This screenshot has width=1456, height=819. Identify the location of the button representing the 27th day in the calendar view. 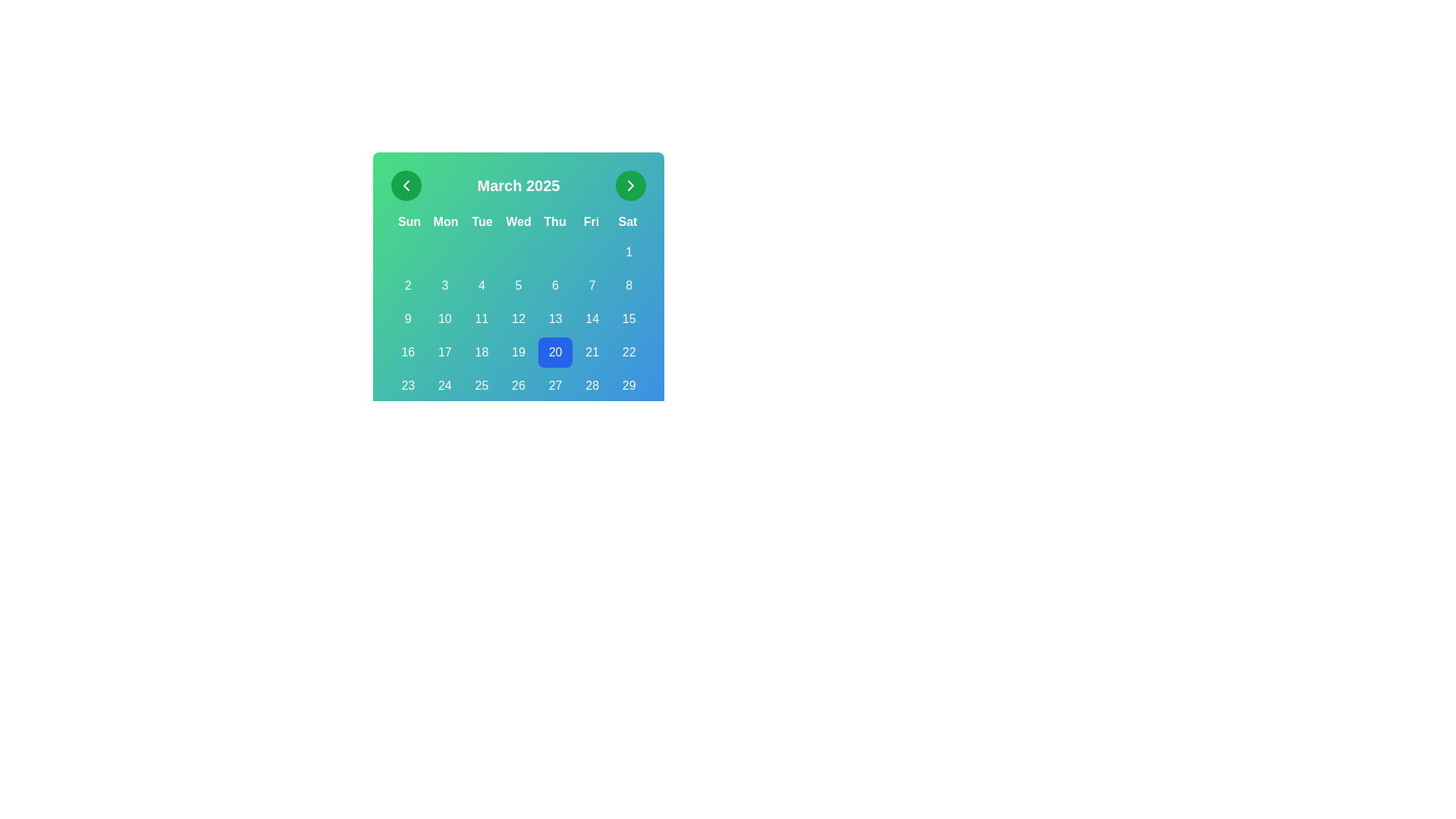
(554, 385).